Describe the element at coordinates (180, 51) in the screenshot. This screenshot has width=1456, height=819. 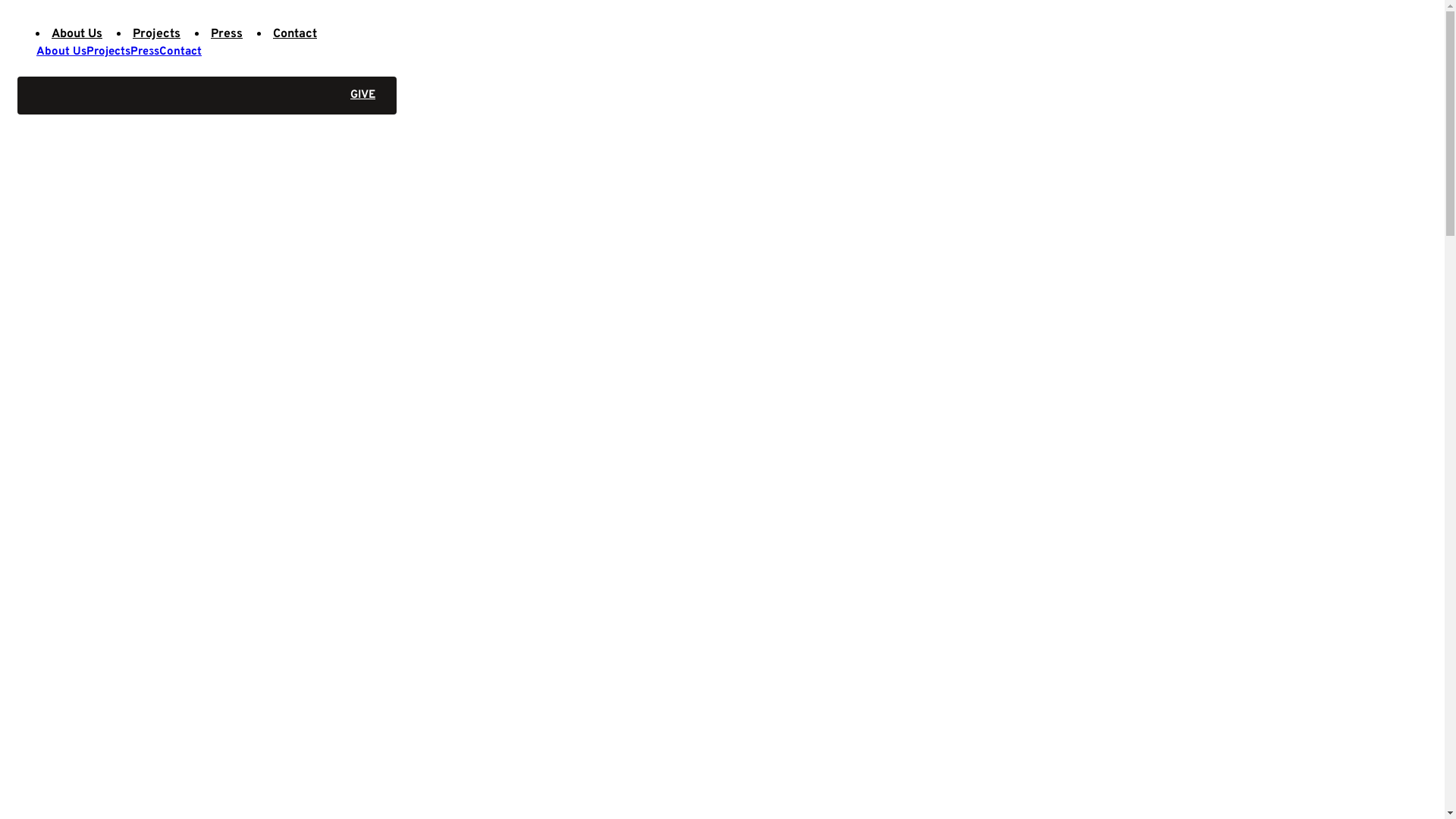
I see `'Contact'` at that location.